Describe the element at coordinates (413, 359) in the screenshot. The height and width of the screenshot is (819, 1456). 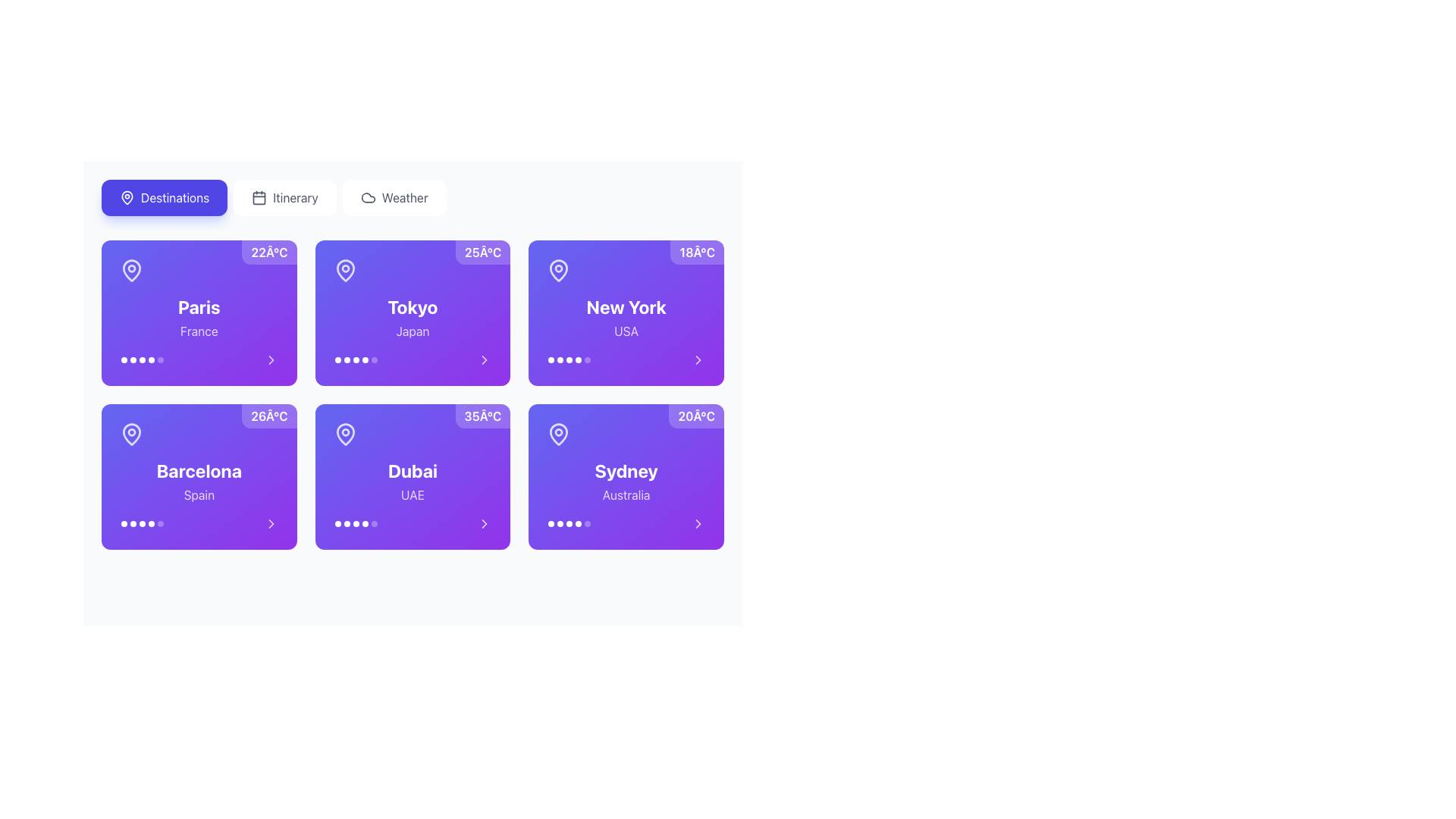
I see `the Pagination control located at the bottom of the card labeled 'Tokyo, Japan'` at that location.